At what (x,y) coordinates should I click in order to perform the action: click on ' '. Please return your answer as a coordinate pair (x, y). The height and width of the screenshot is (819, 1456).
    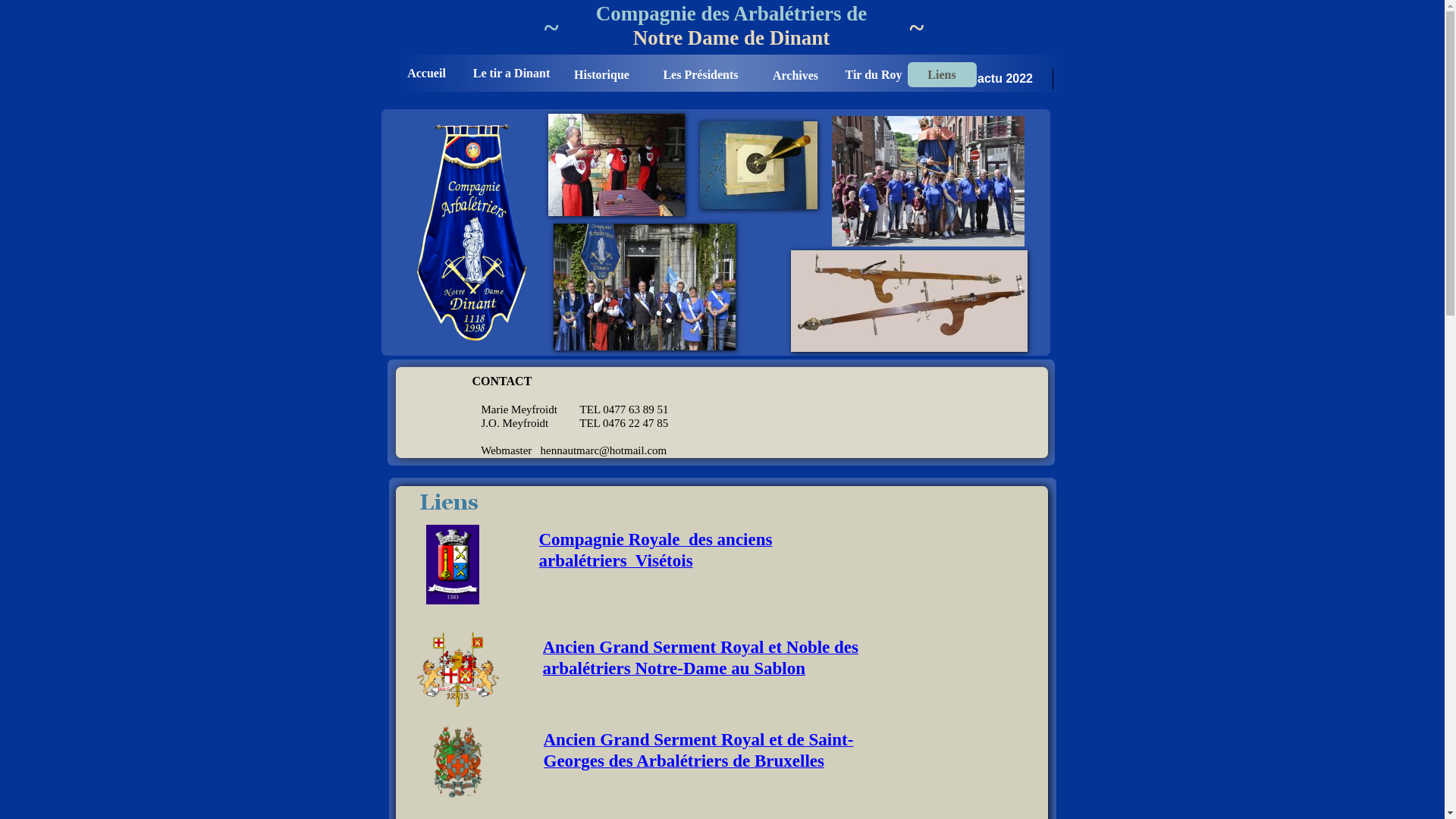
    Looking at the image, I should click on (382, 7).